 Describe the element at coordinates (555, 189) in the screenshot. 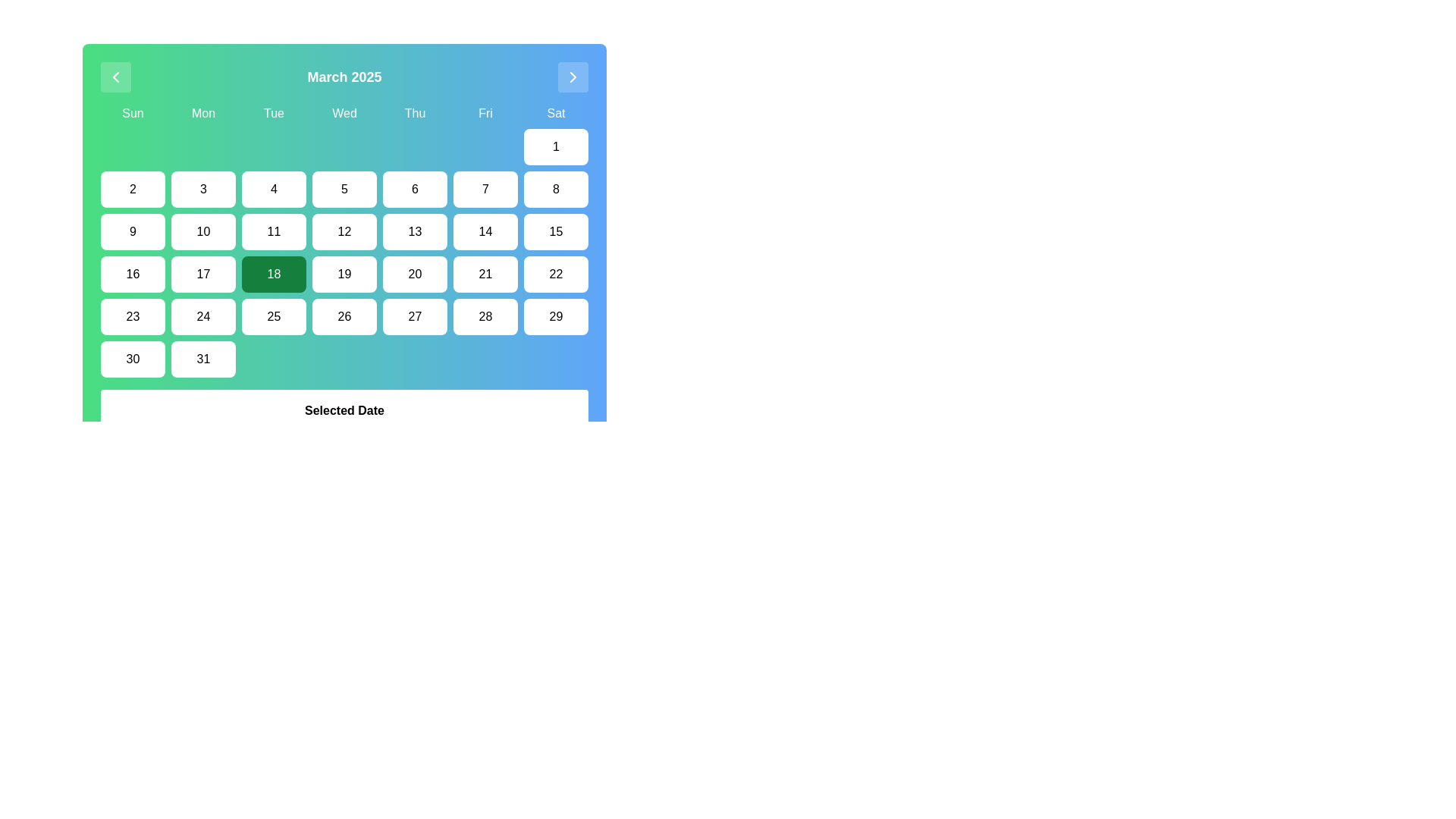

I see `the button representing the date '8' in the second row under the Saturday column in the calendar layout` at that location.